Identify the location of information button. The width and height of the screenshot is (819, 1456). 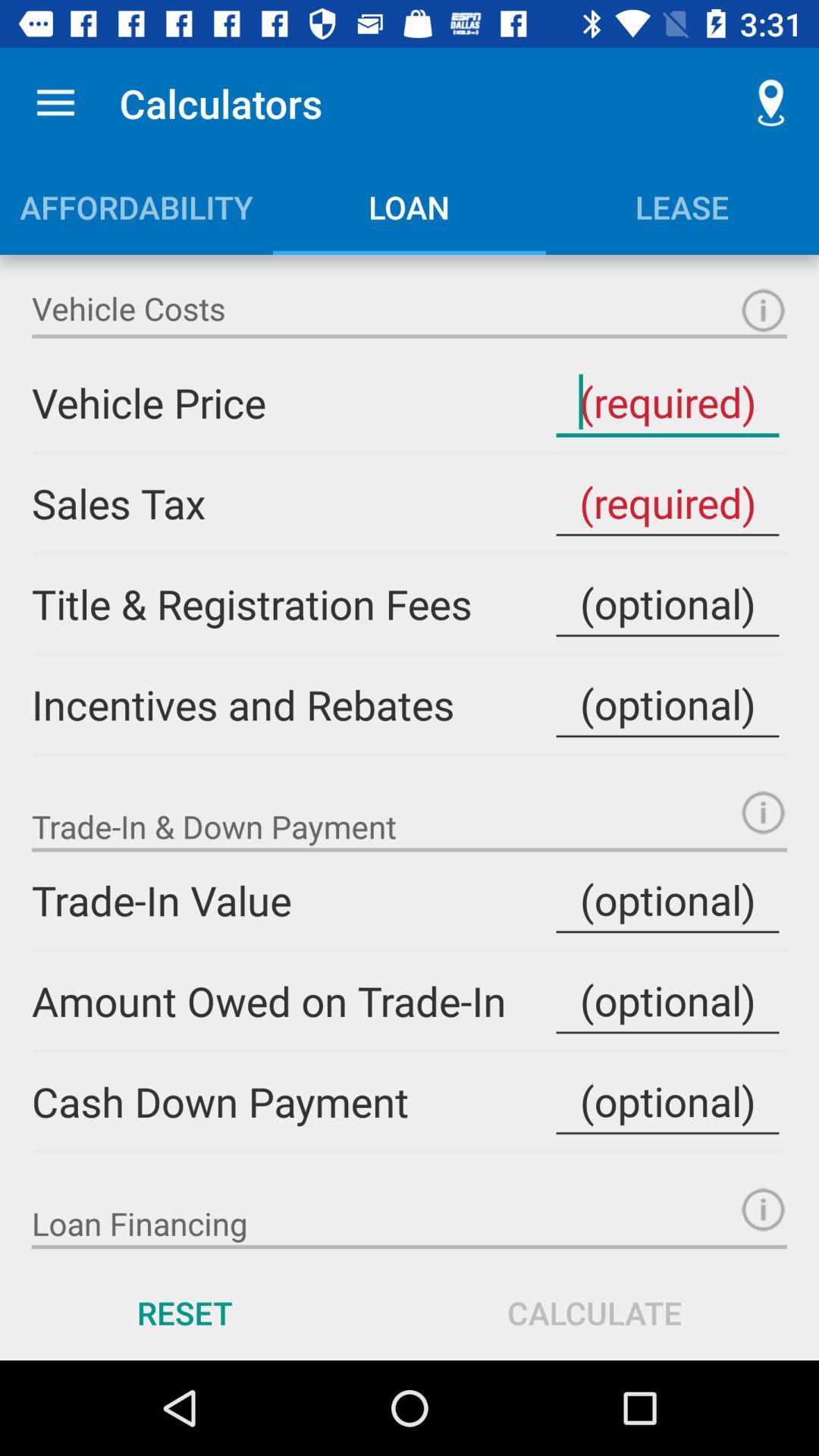
(763, 309).